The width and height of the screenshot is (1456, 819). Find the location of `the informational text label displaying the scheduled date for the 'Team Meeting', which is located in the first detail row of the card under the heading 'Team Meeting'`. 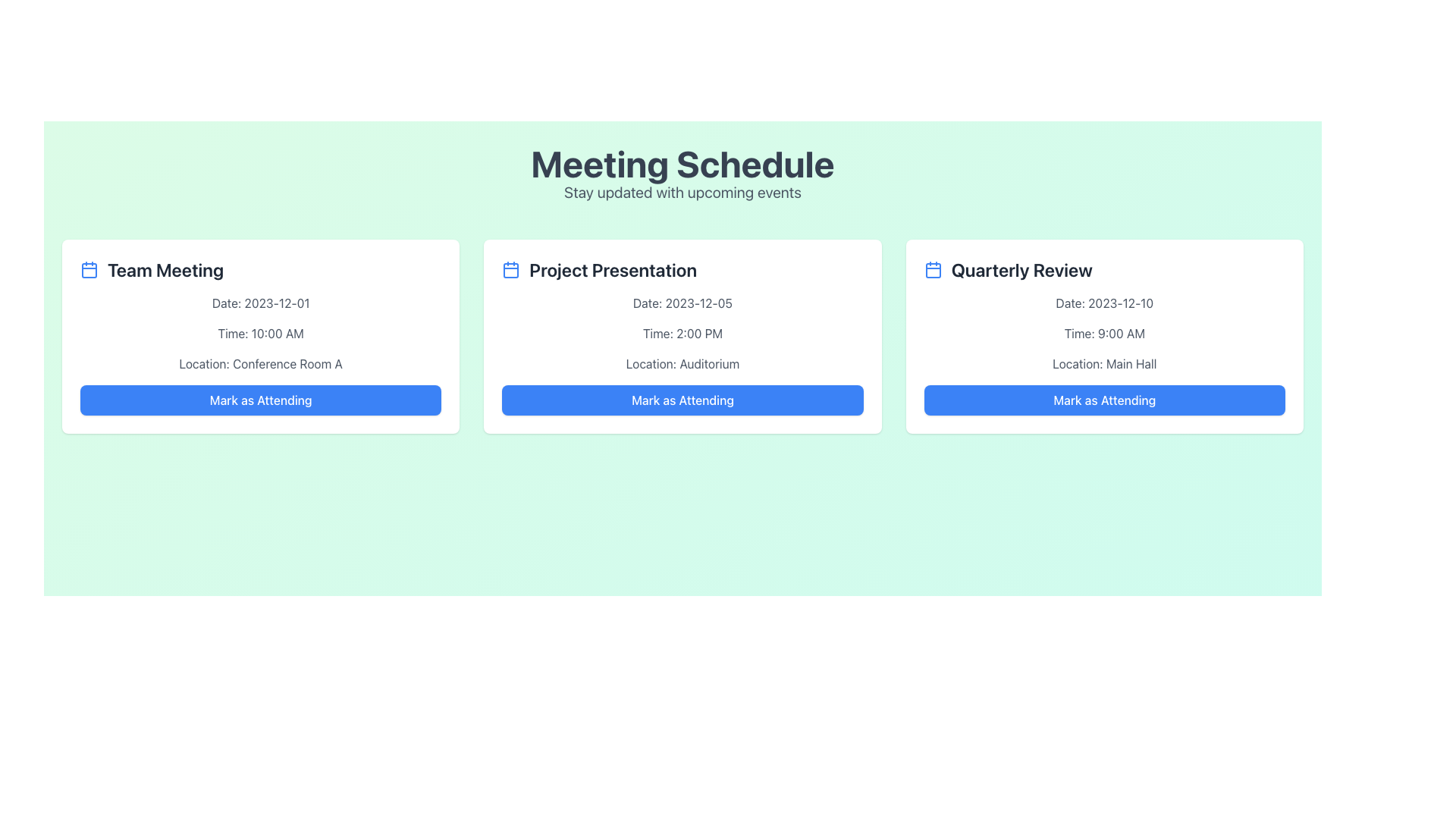

the informational text label displaying the scheduled date for the 'Team Meeting', which is located in the first detail row of the card under the heading 'Team Meeting' is located at coordinates (261, 303).